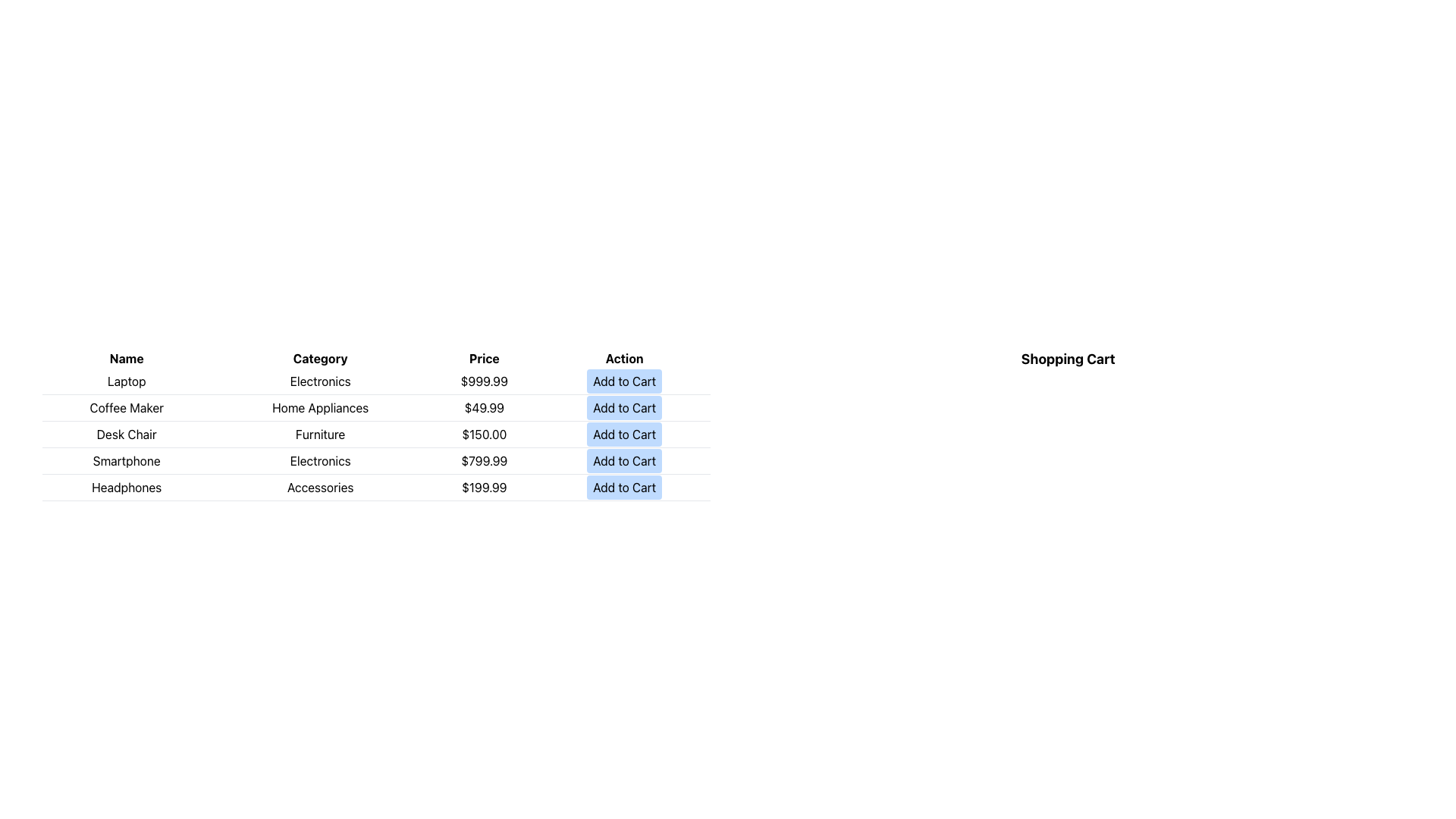 The height and width of the screenshot is (819, 1456). Describe the element at coordinates (127, 381) in the screenshot. I see `the Text Label in the first row under the 'Name' column that describes the 'Electronics' category` at that location.